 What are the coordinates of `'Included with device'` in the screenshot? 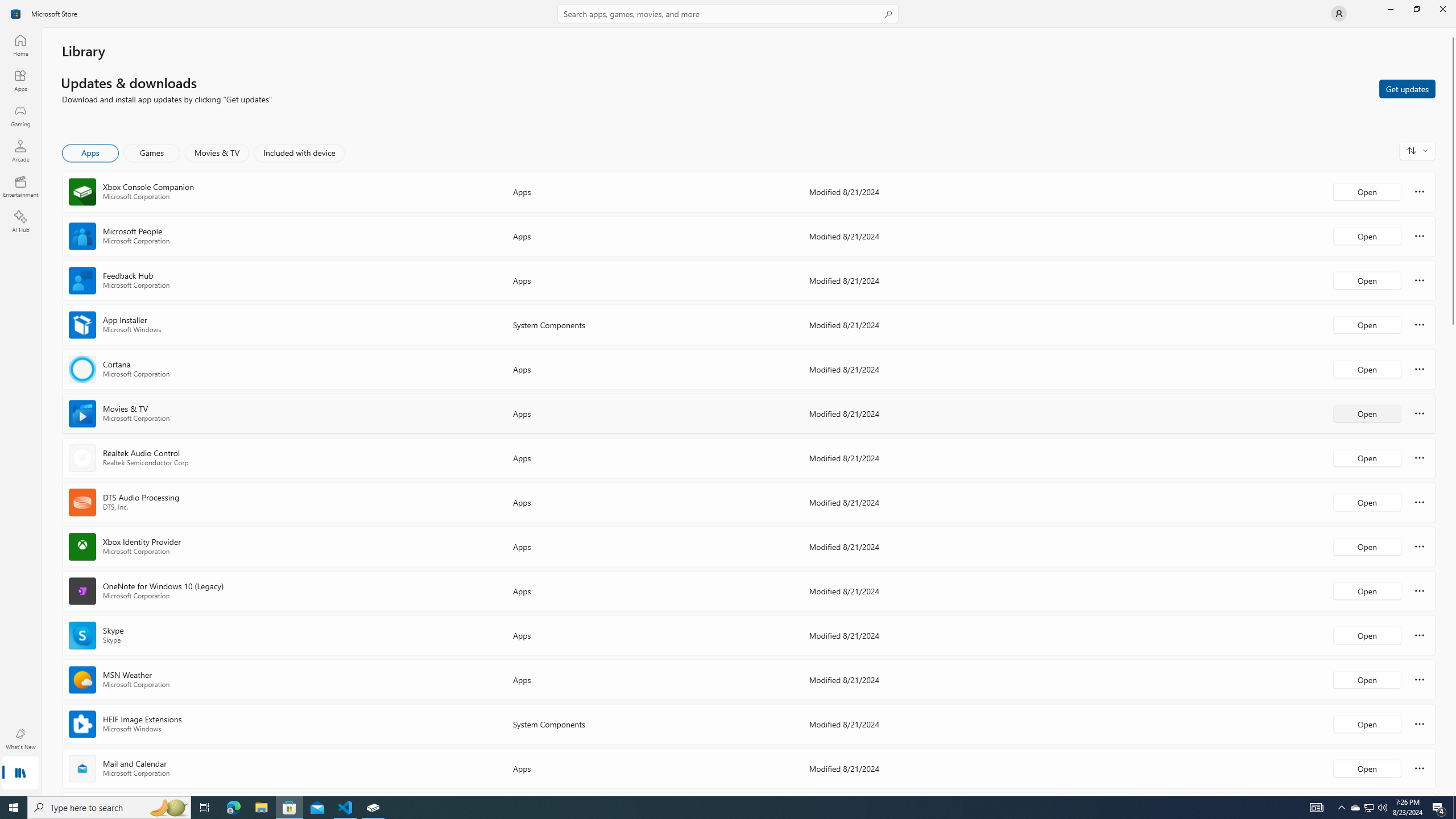 It's located at (299, 152).